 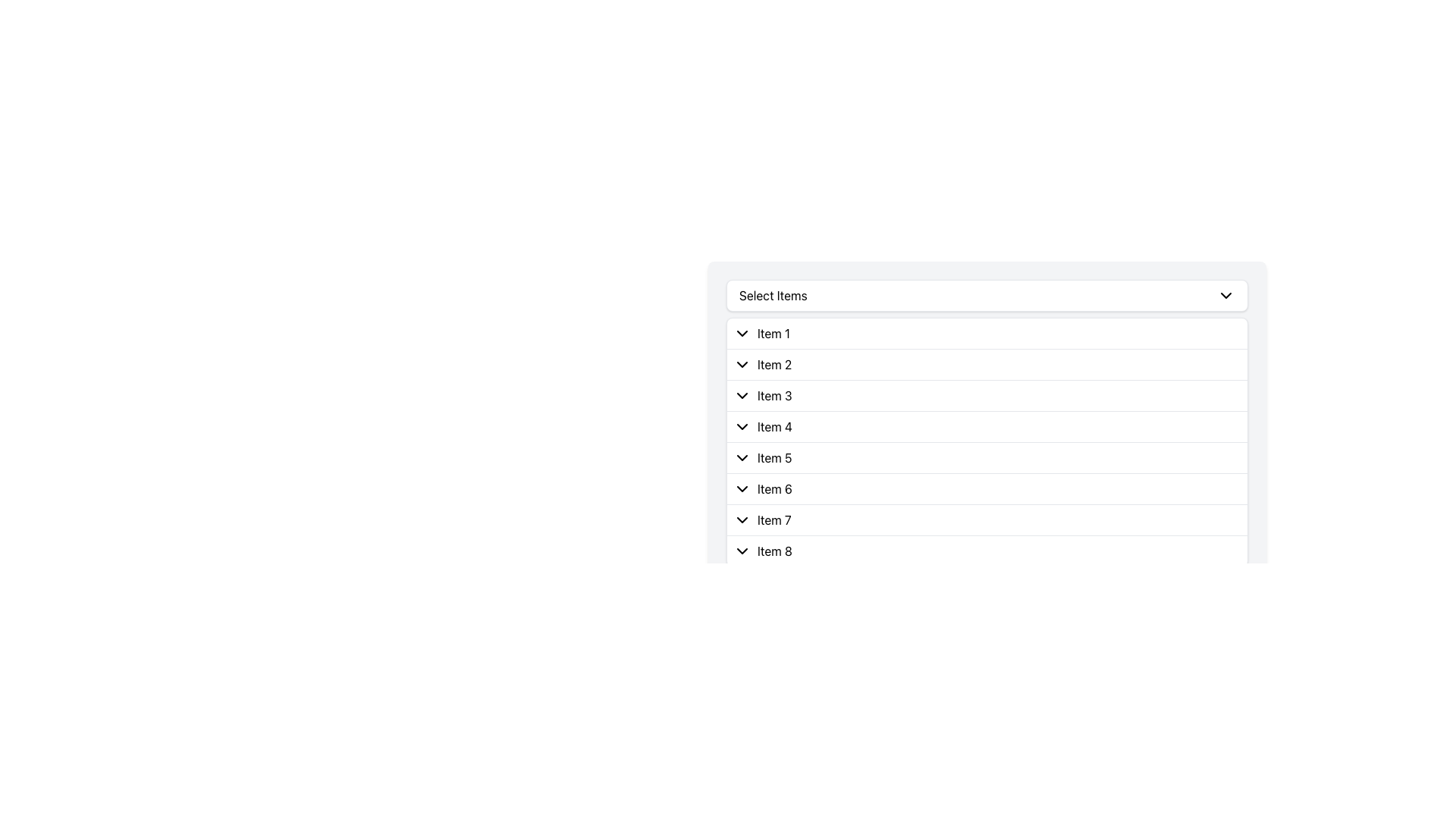 What do you see at coordinates (742, 394) in the screenshot?
I see `the toggle icon located to the left of 'Item 3' in the third row of the list` at bounding box center [742, 394].